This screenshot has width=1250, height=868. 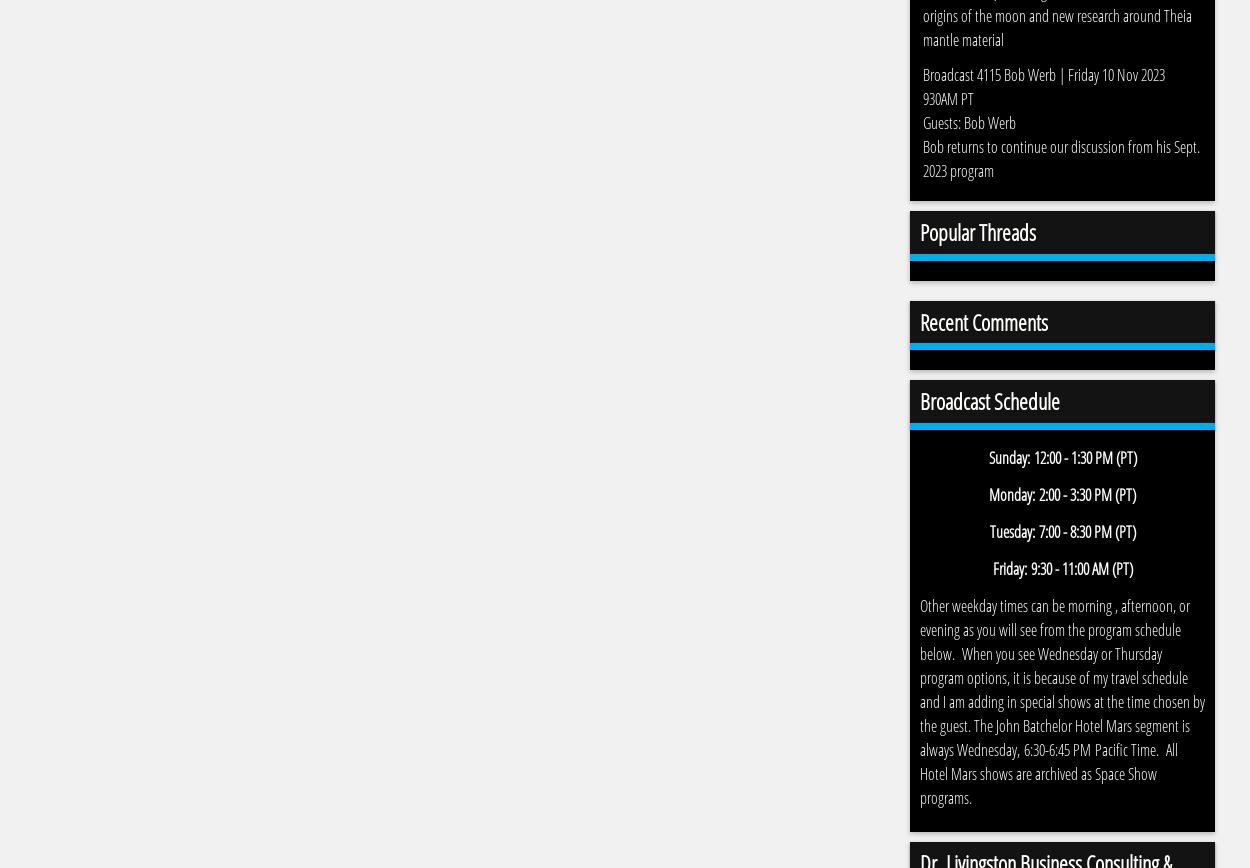 I want to click on 'Other weekday times can be morning , afternoon, or evening as you will see from the program schedule below.  When you see Wednesday or Thursday program options, it is because of my travel schedule and I am adding in special shows at the time chosen by the guest. The John Batchelor Hotel Mars segment is always Wednesday, 6:30-6:45 PM Pacific Time.  All Hotel Mars shows are archived as Space Show programs.', so click(x=1062, y=700).